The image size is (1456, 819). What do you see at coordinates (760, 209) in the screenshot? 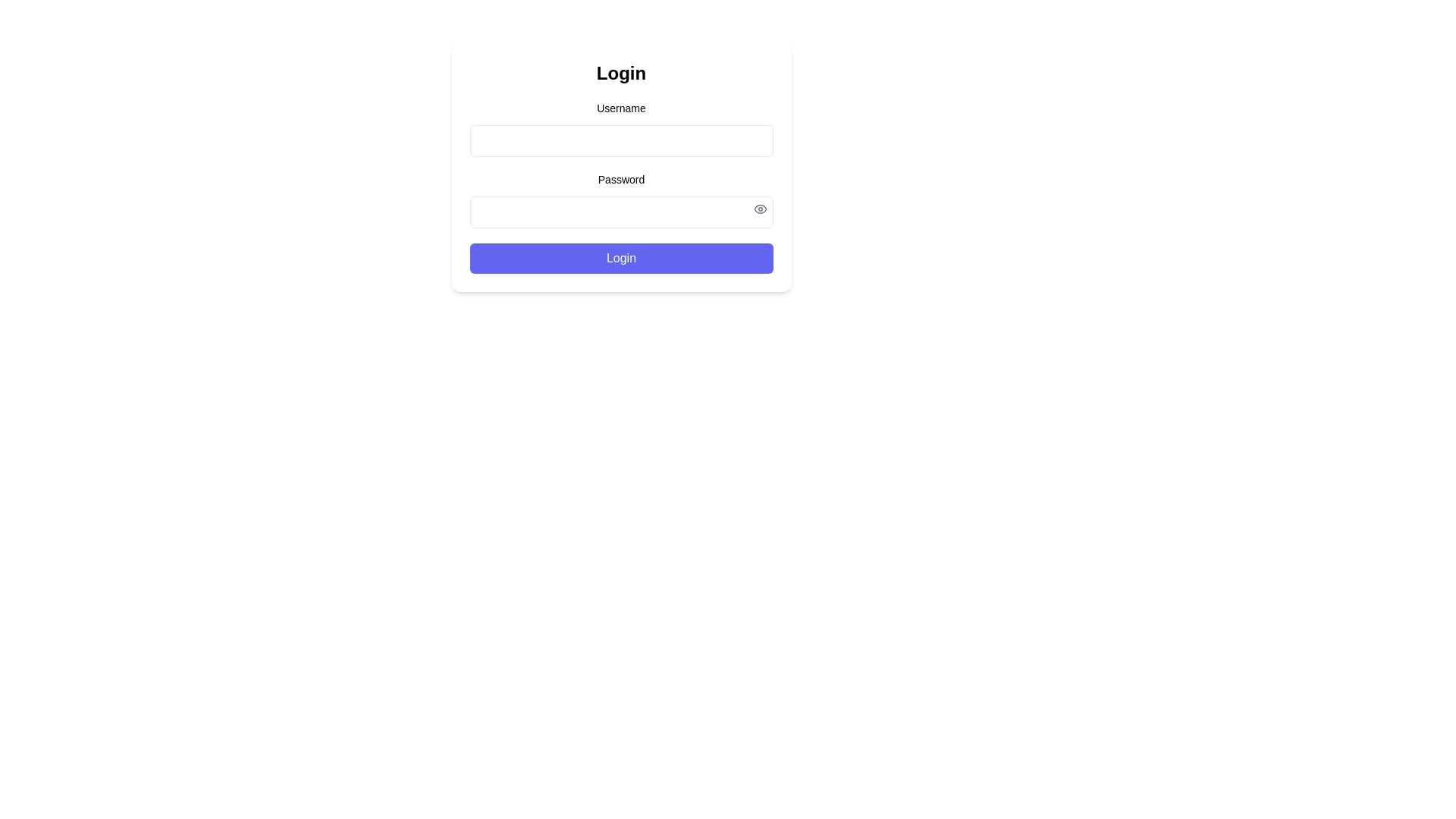
I see `the eye icon button located at the right end of the password input field in the login form` at bounding box center [760, 209].